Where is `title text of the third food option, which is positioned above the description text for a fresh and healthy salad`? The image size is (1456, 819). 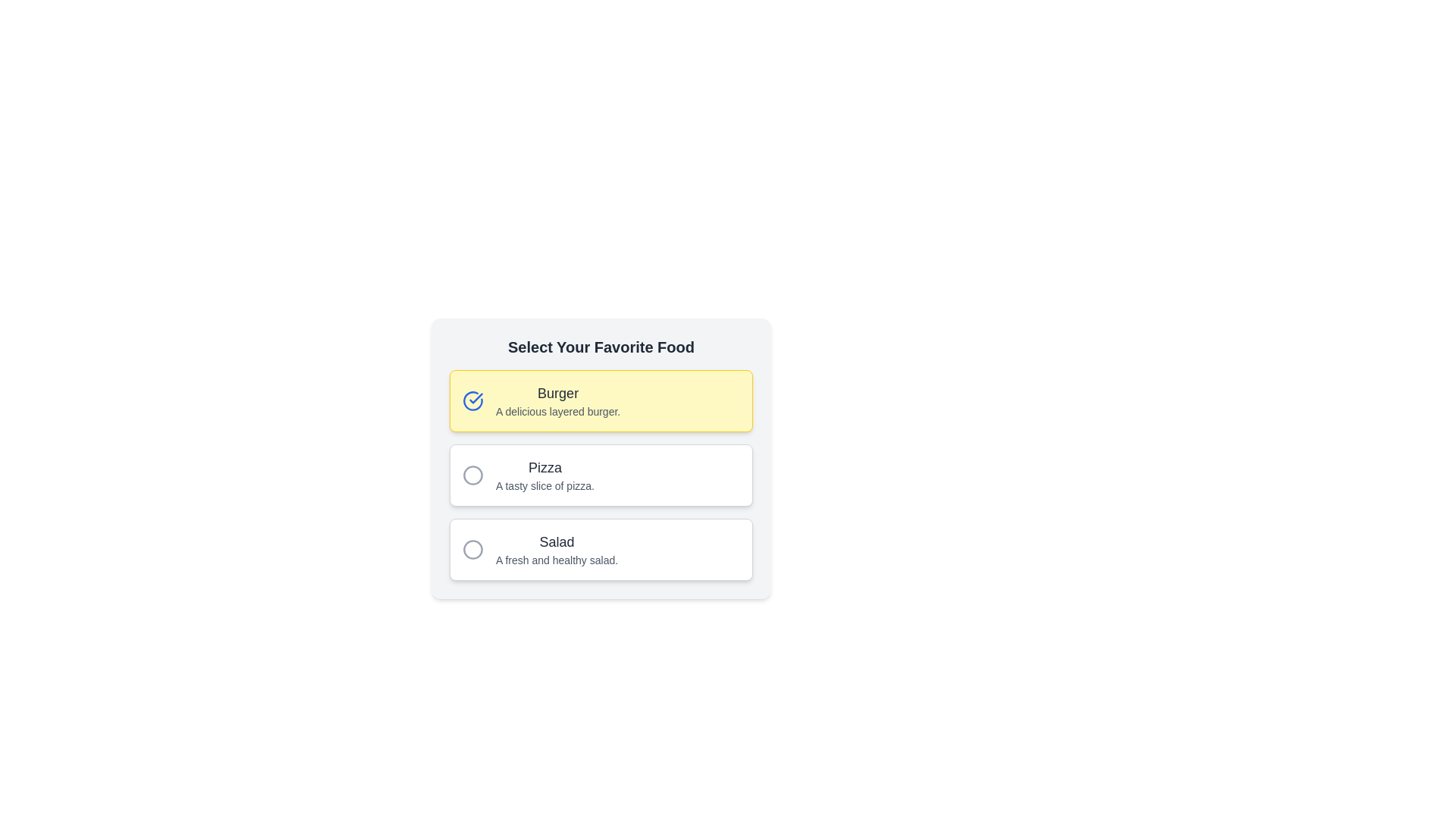 title text of the third food option, which is positioned above the description text for a fresh and healthy salad is located at coordinates (556, 541).